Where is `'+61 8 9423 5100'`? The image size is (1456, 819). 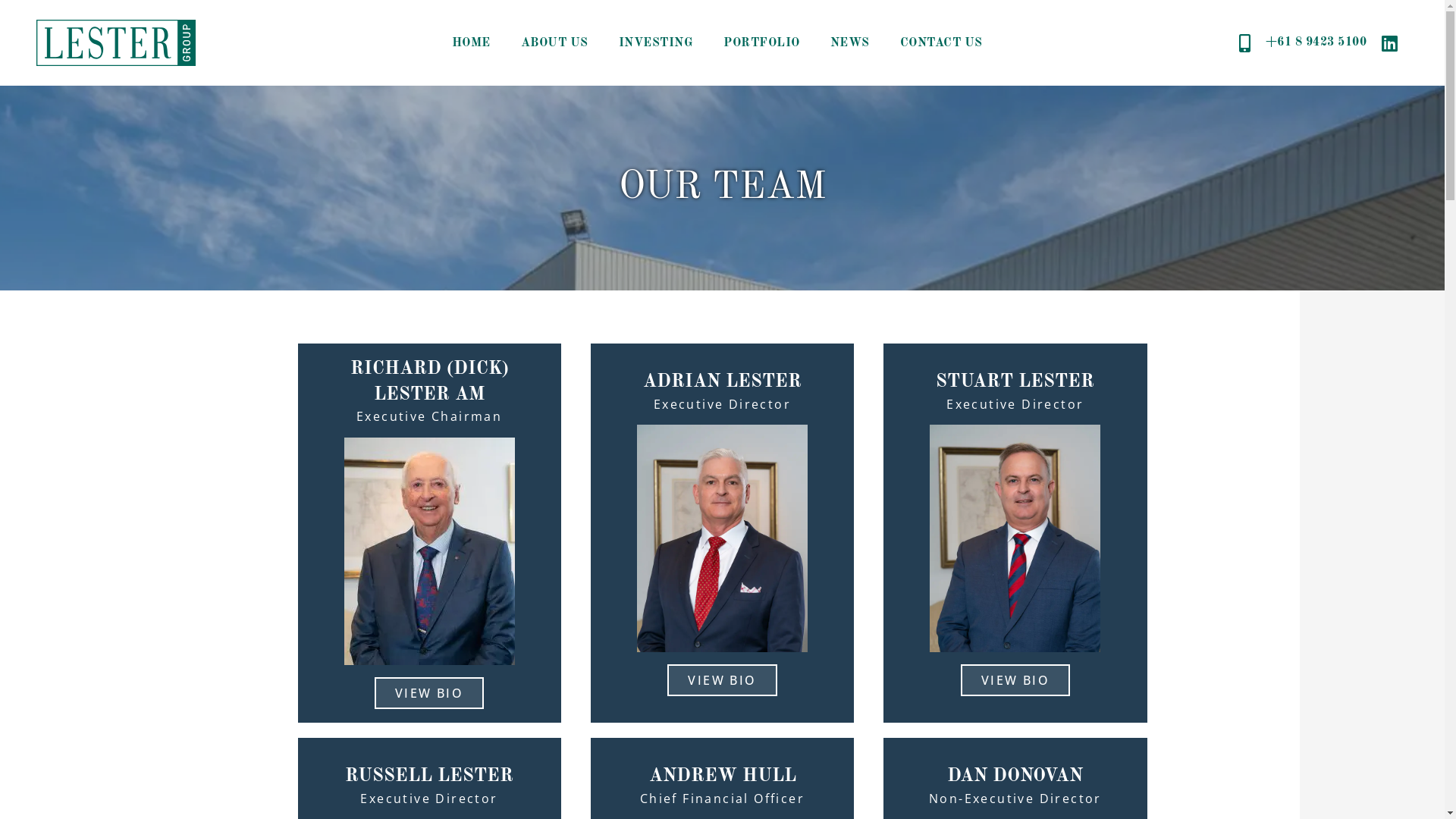 '+61 8 9423 5100' is located at coordinates (1302, 42).